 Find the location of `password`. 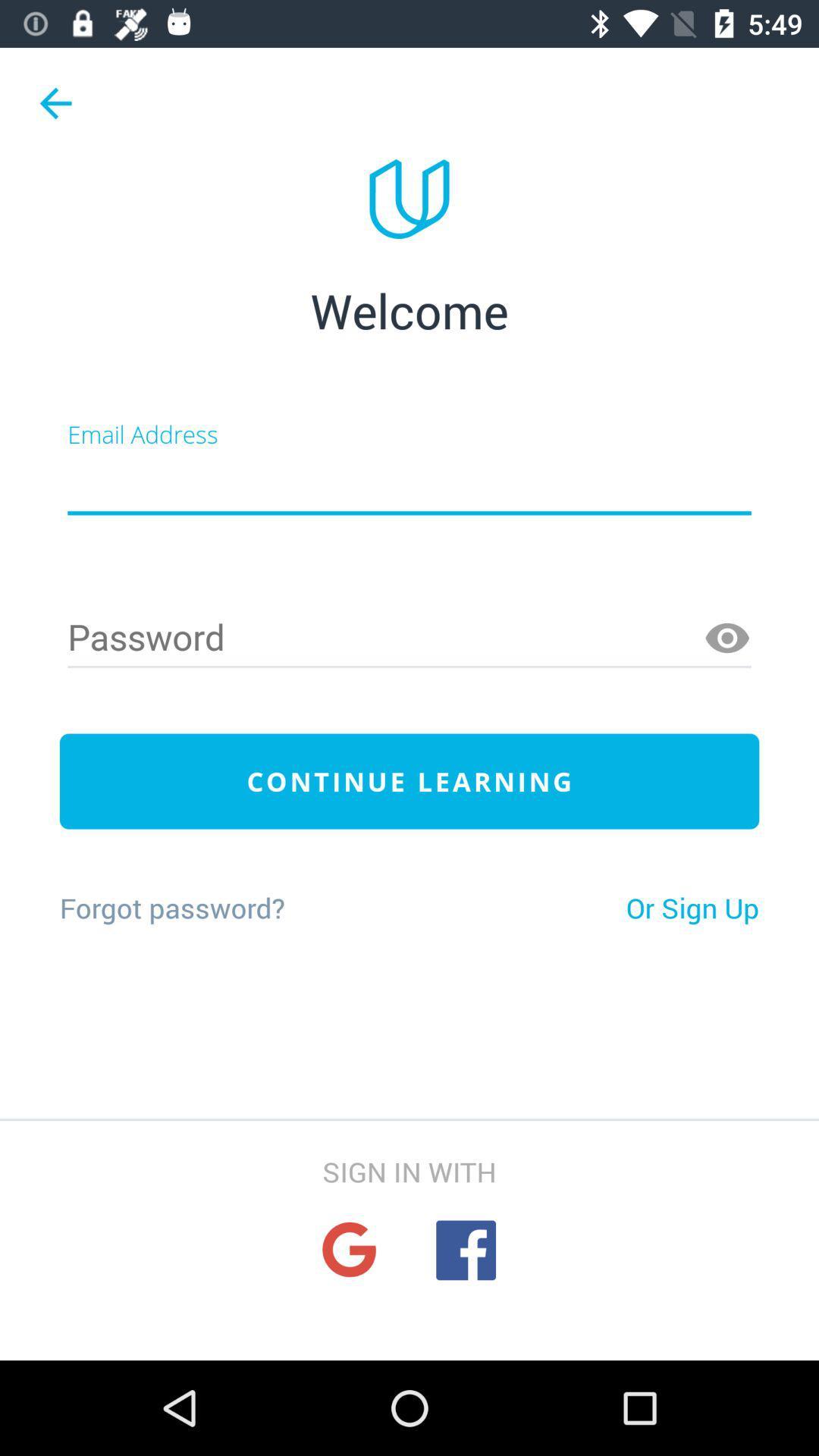

password is located at coordinates (409, 639).